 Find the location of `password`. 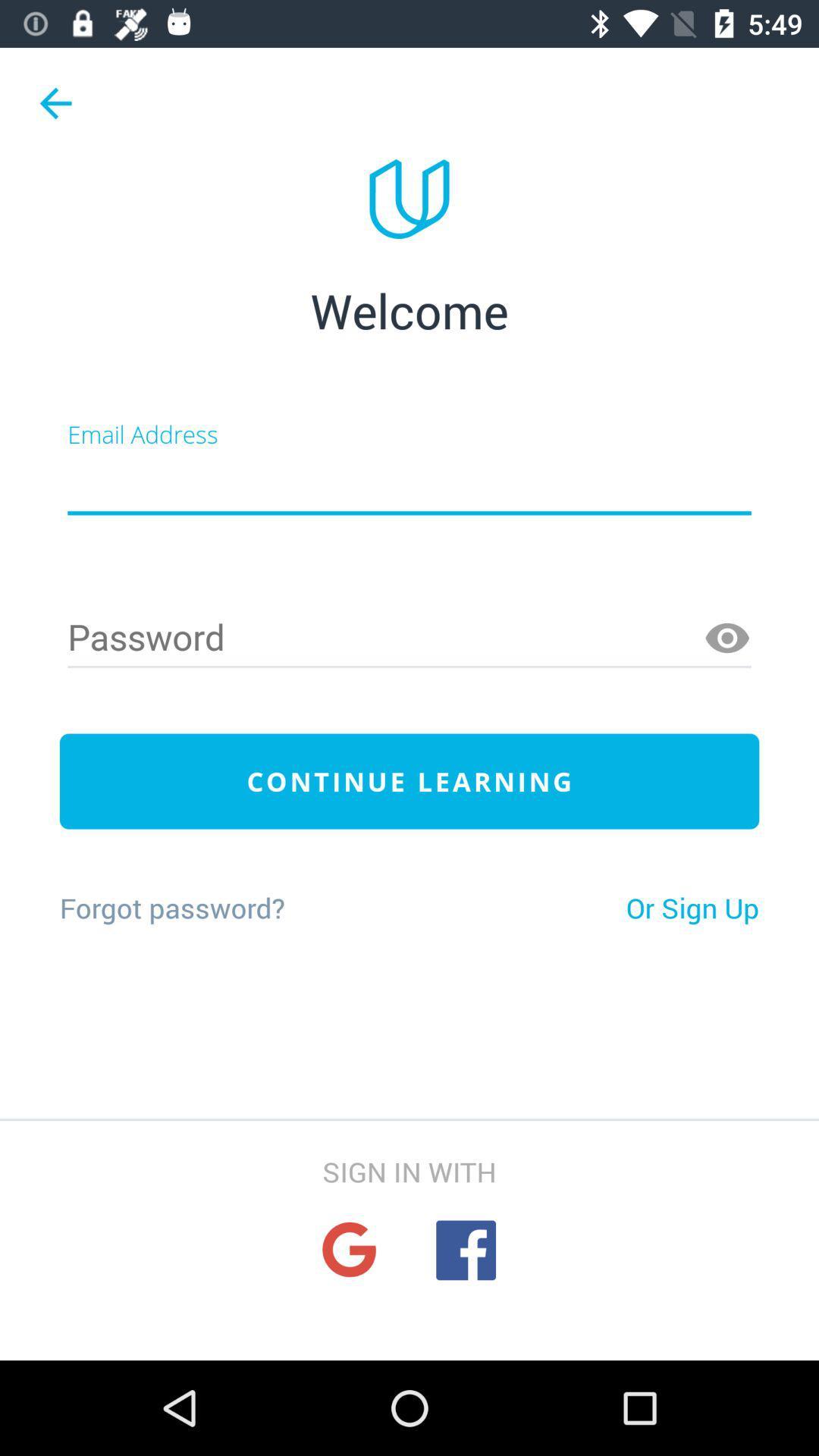

password is located at coordinates (409, 639).